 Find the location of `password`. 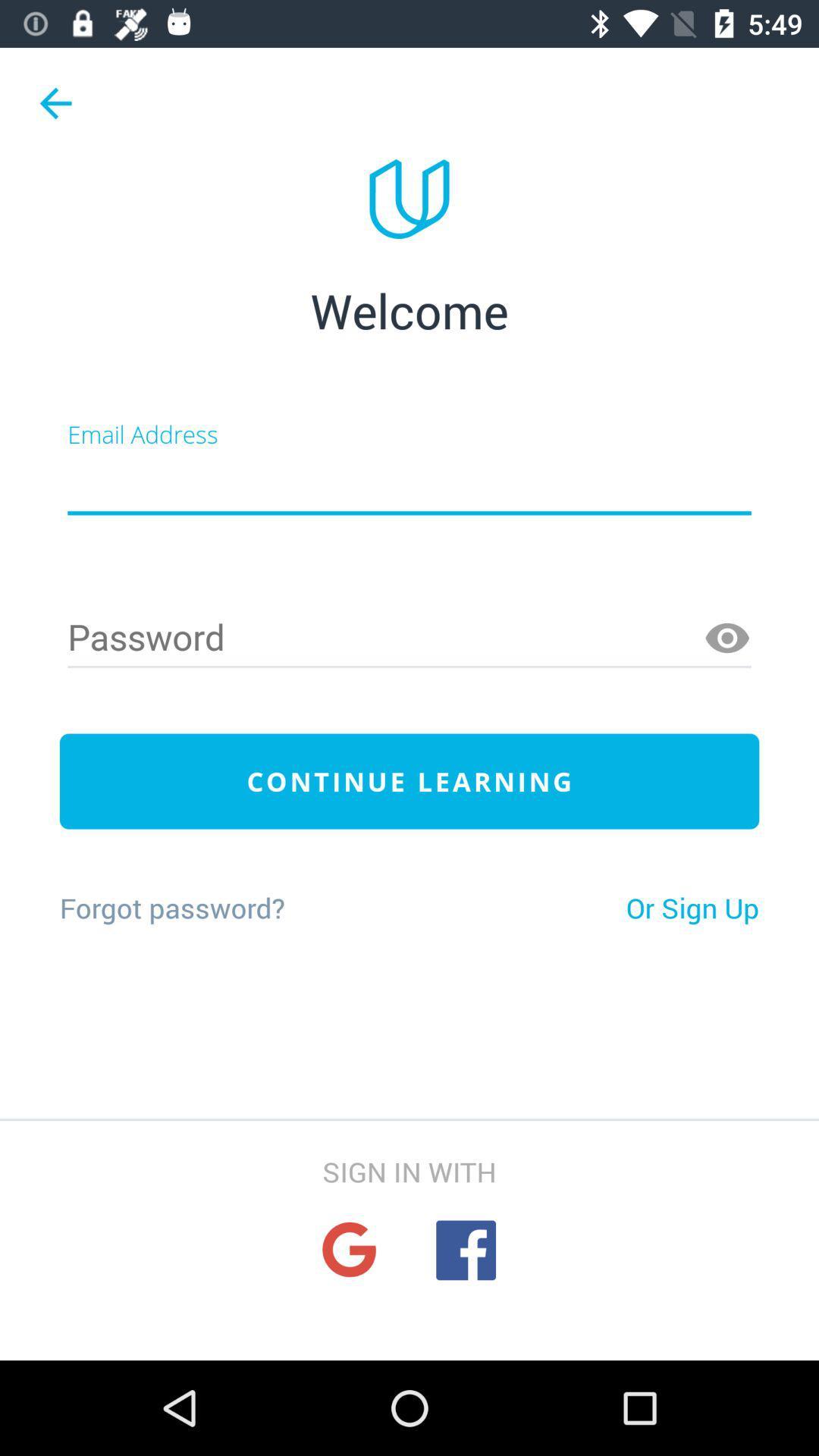

password is located at coordinates (409, 639).